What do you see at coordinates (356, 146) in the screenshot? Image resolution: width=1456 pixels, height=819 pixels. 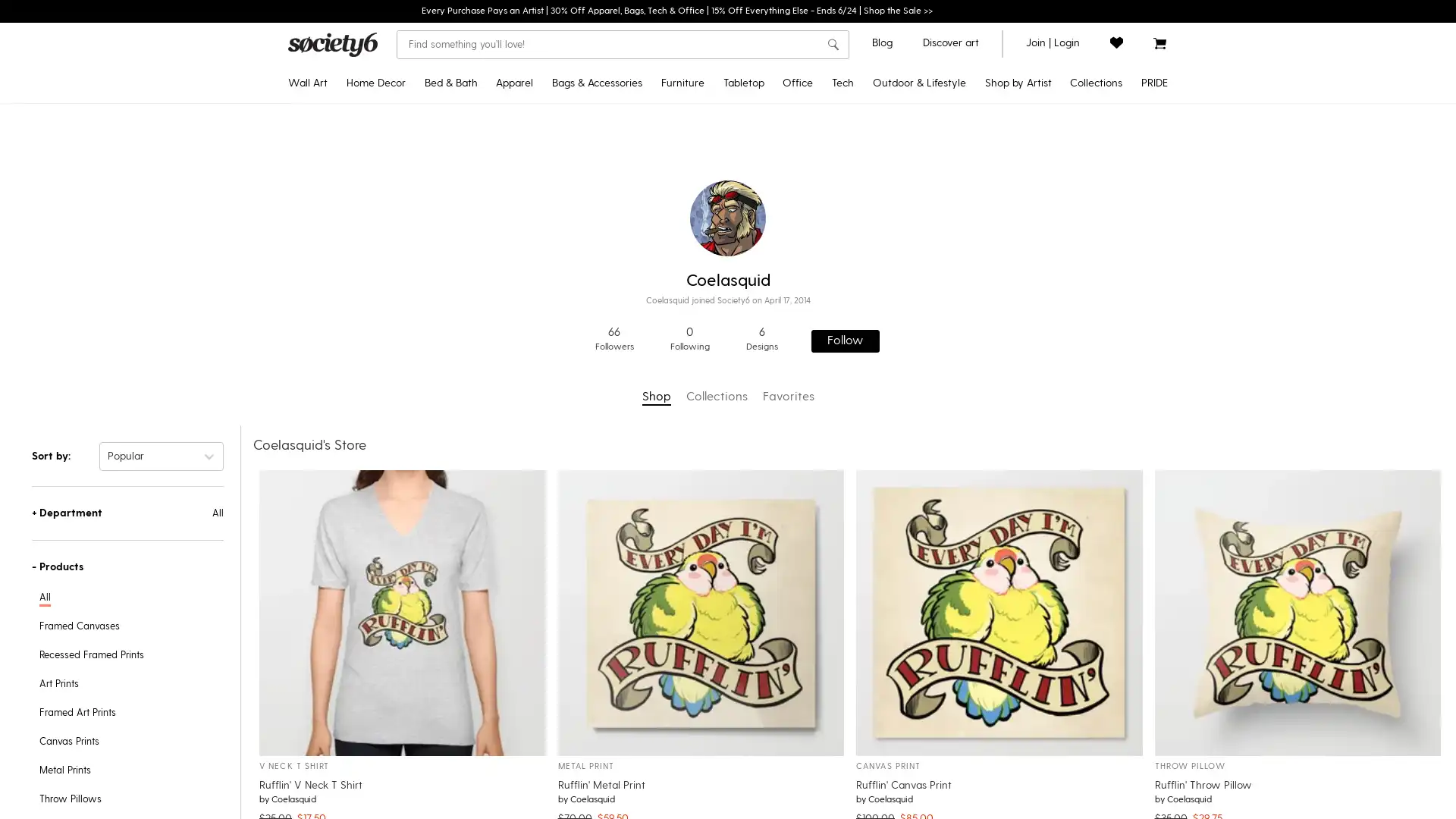 I see `Framed Art Prints` at bounding box center [356, 146].